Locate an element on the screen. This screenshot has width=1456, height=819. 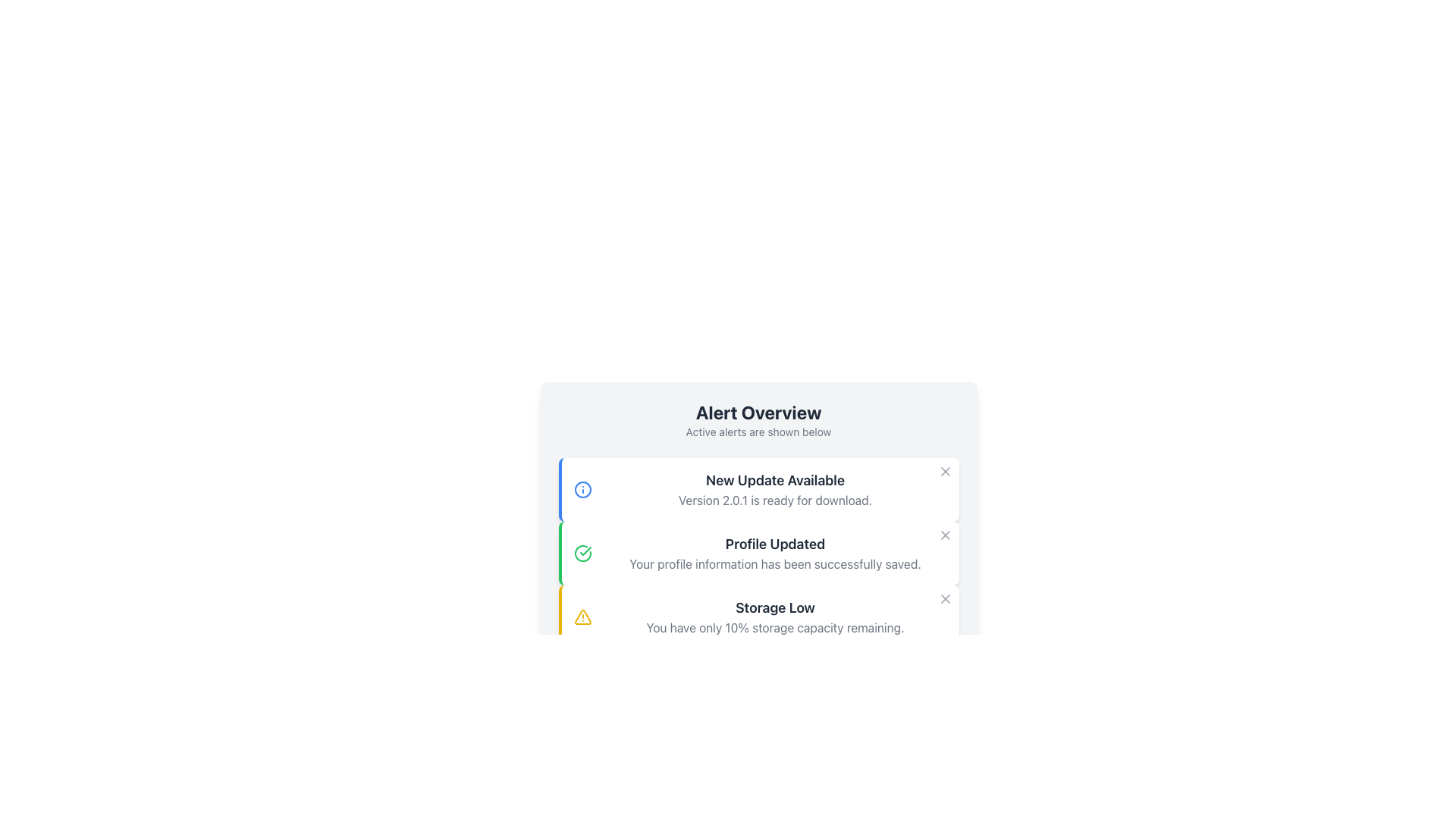
the 'Profile Updated' status indicator icon is located at coordinates (582, 553).